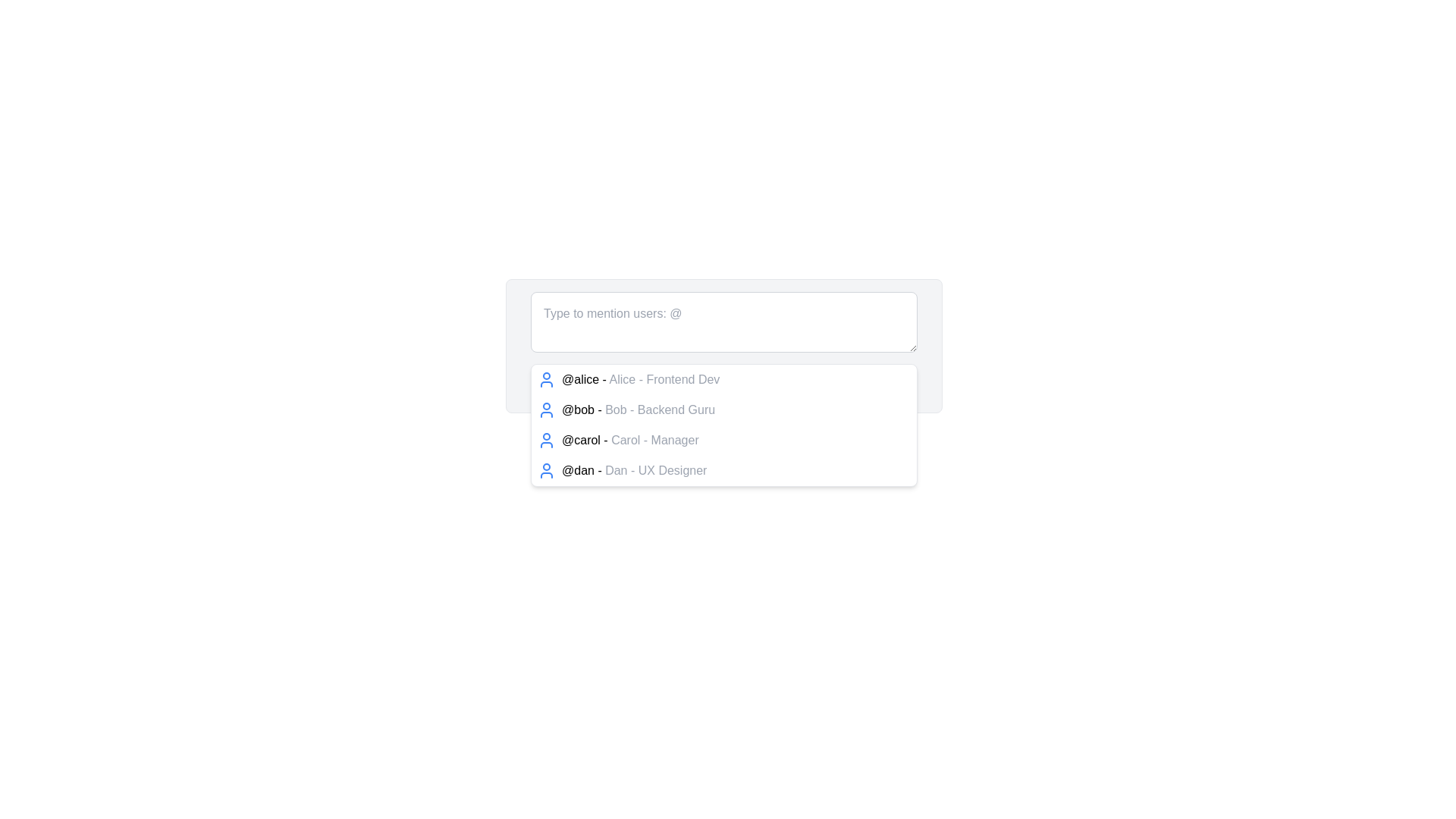 The width and height of the screenshot is (1456, 819). What do you see at coordinates (546, 379) in the screenshot?
I see `the user icon representing '@alice'` at bounding box center [546, 379].